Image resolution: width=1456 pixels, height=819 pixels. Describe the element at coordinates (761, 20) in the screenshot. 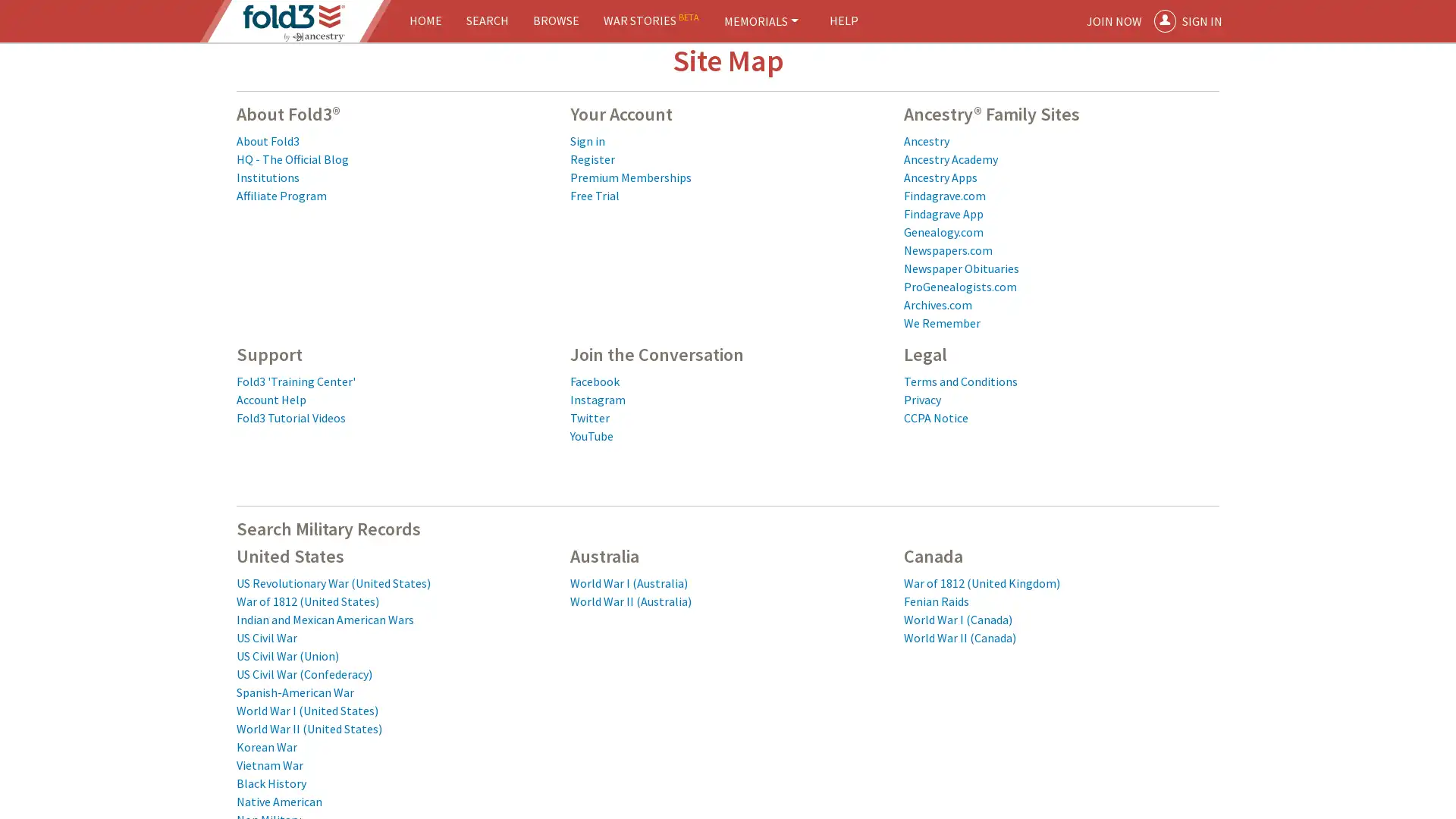

I see `MEMORIALS` at that location.